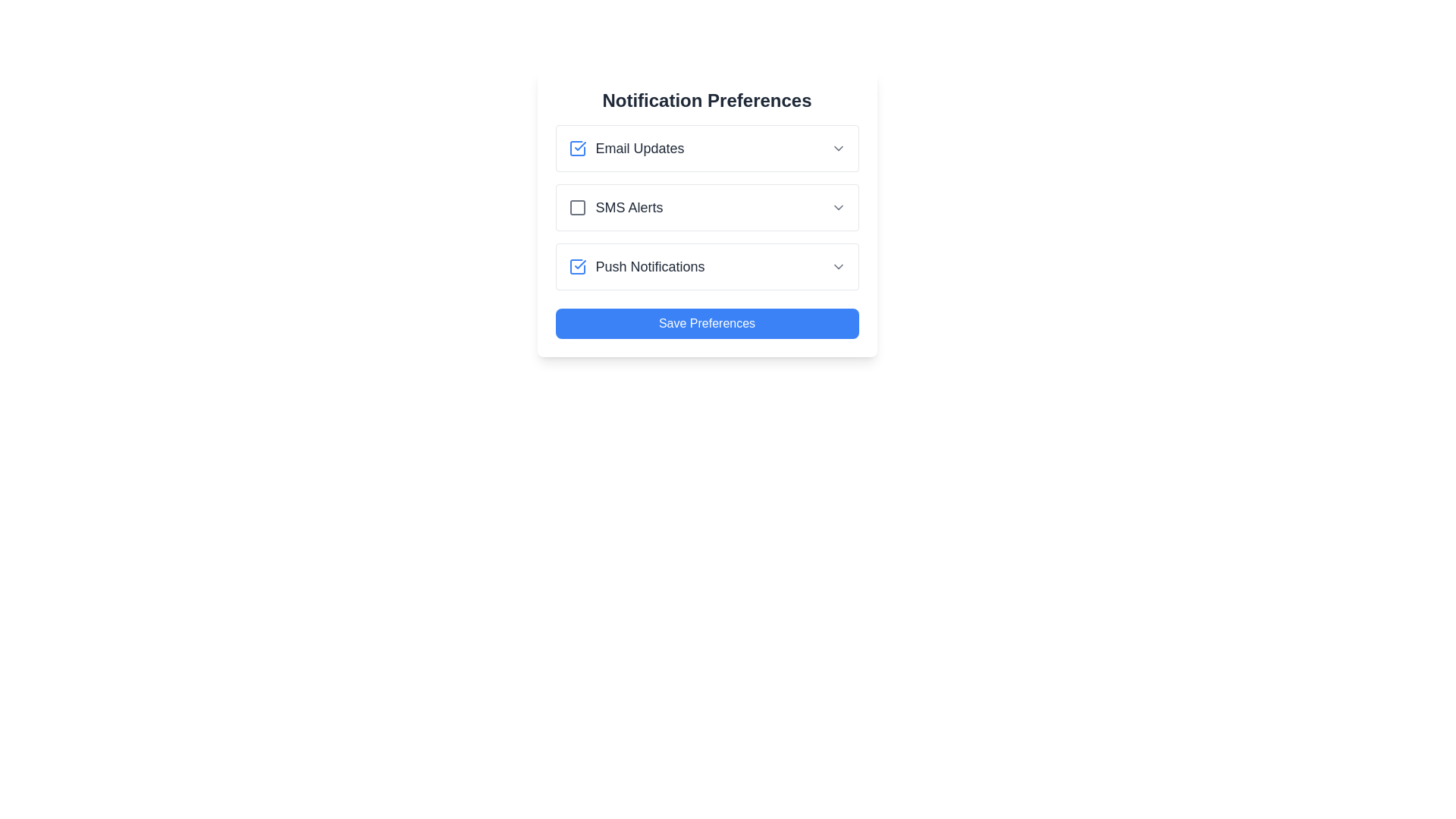  I want to click on the 'Email Updates' checkbox by navigating via keyboard, so click(576, 149).